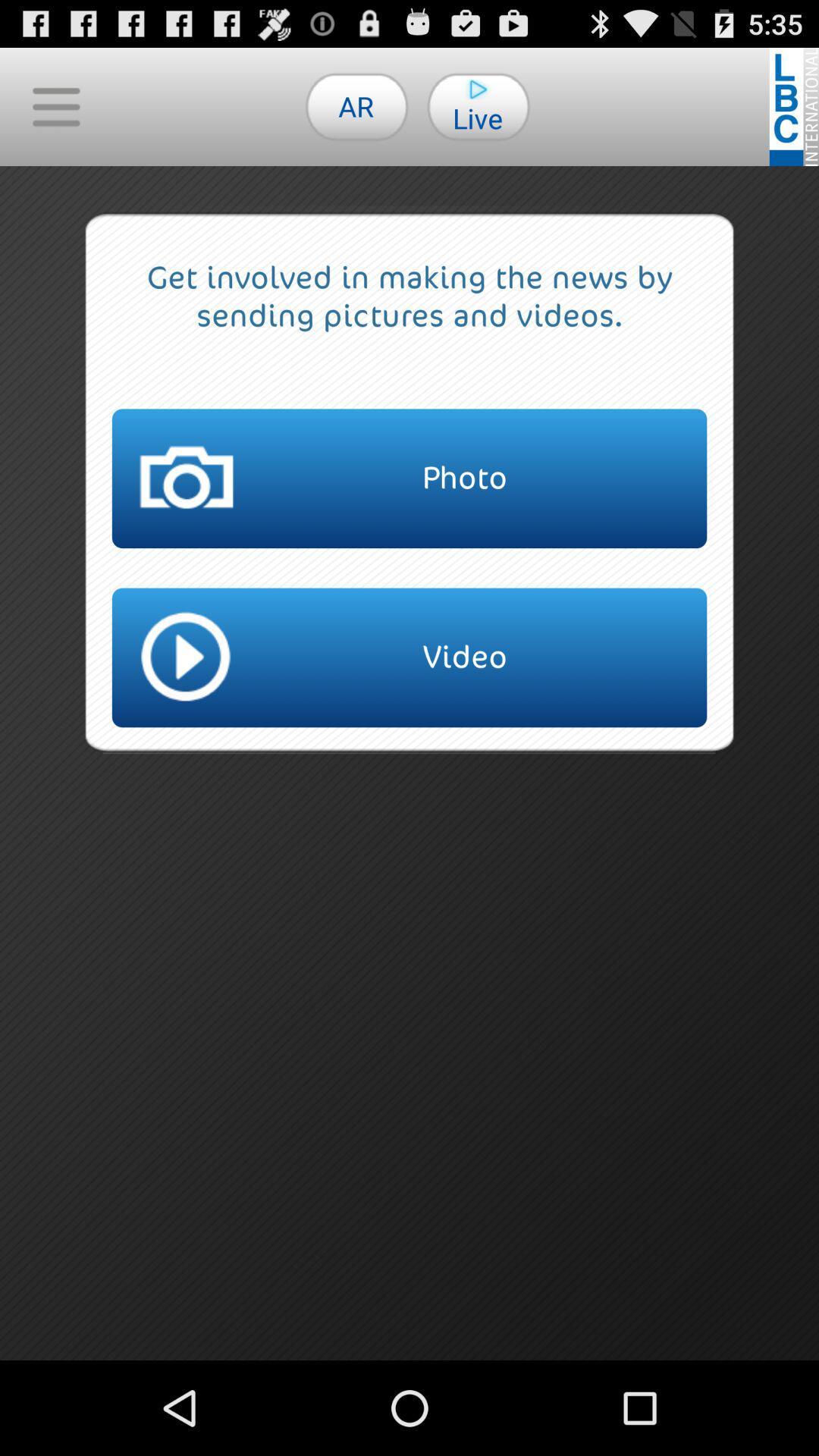  Describe the element at coordinates (409, 657) in the screenshot. I see `video item` at that location.